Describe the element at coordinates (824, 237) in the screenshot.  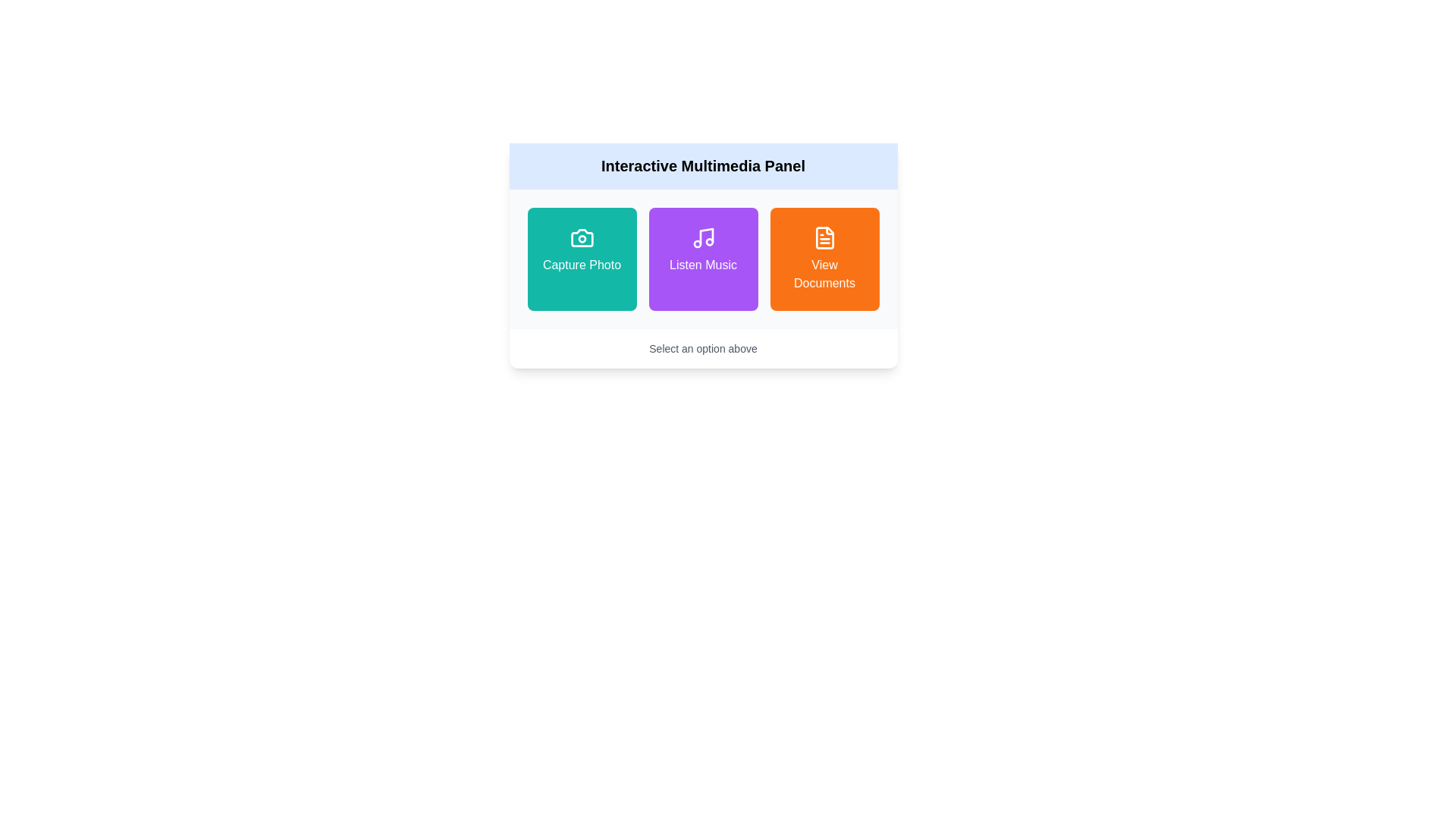
I see `the graphic of the file icon located in the 'View Documents' section, which is a rectangular plate-like shape with an orange and white color scheme and a folded corner design` at that location.